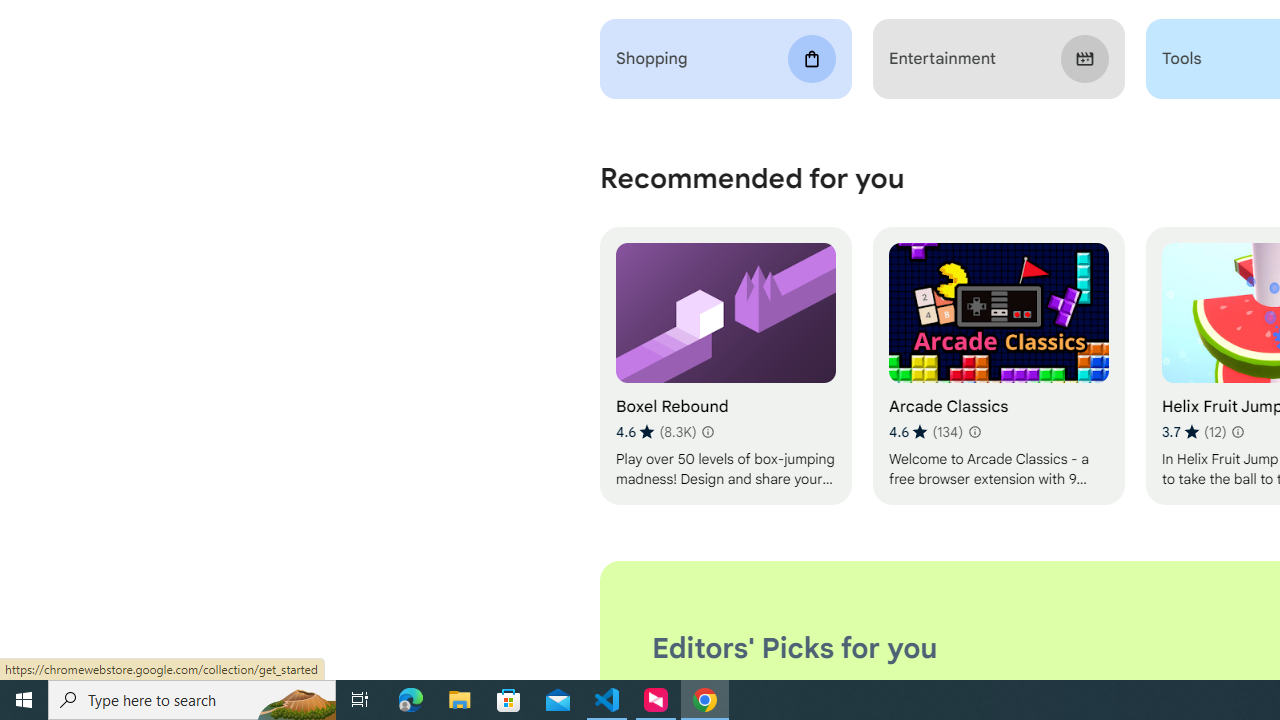  I want to click on 'Arcade Classics', so click(998, 366).